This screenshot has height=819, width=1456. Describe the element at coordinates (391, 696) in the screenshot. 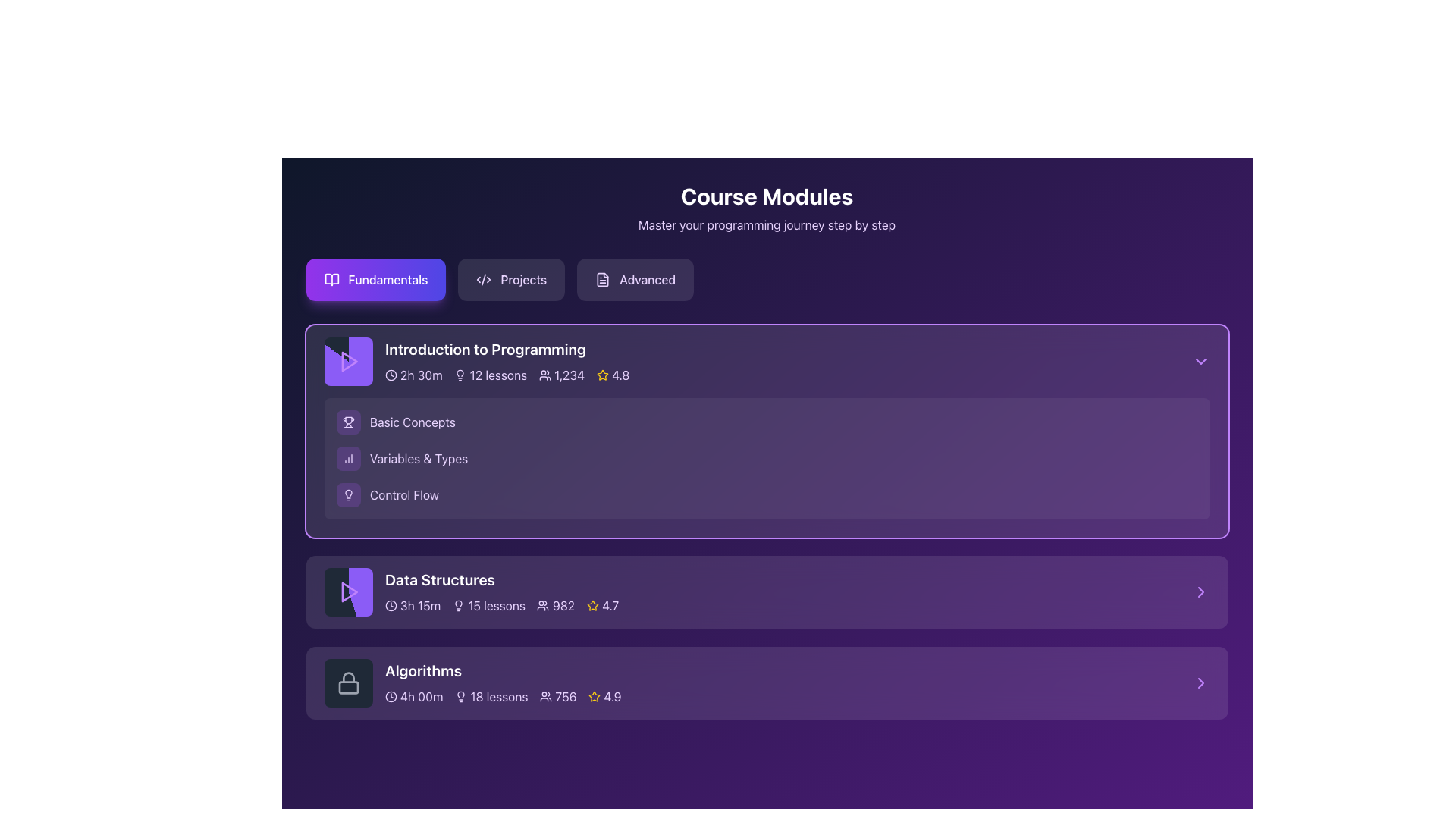

I see `the clock icon with a circular outline and two hands, located to the left of the '4h 00m' text in the 'Algorithms' section` at that location.